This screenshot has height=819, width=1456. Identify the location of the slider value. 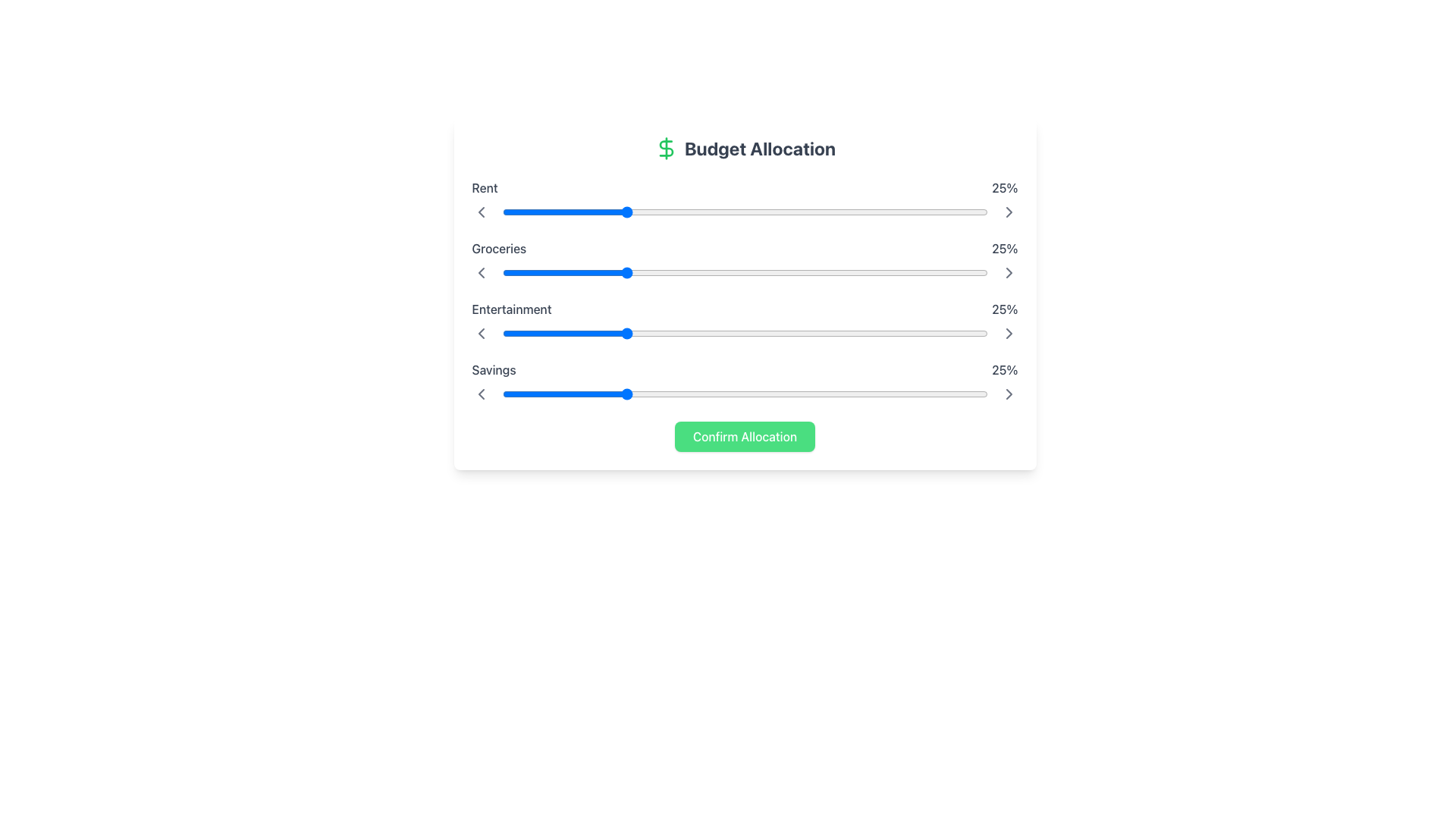
(700, 394).